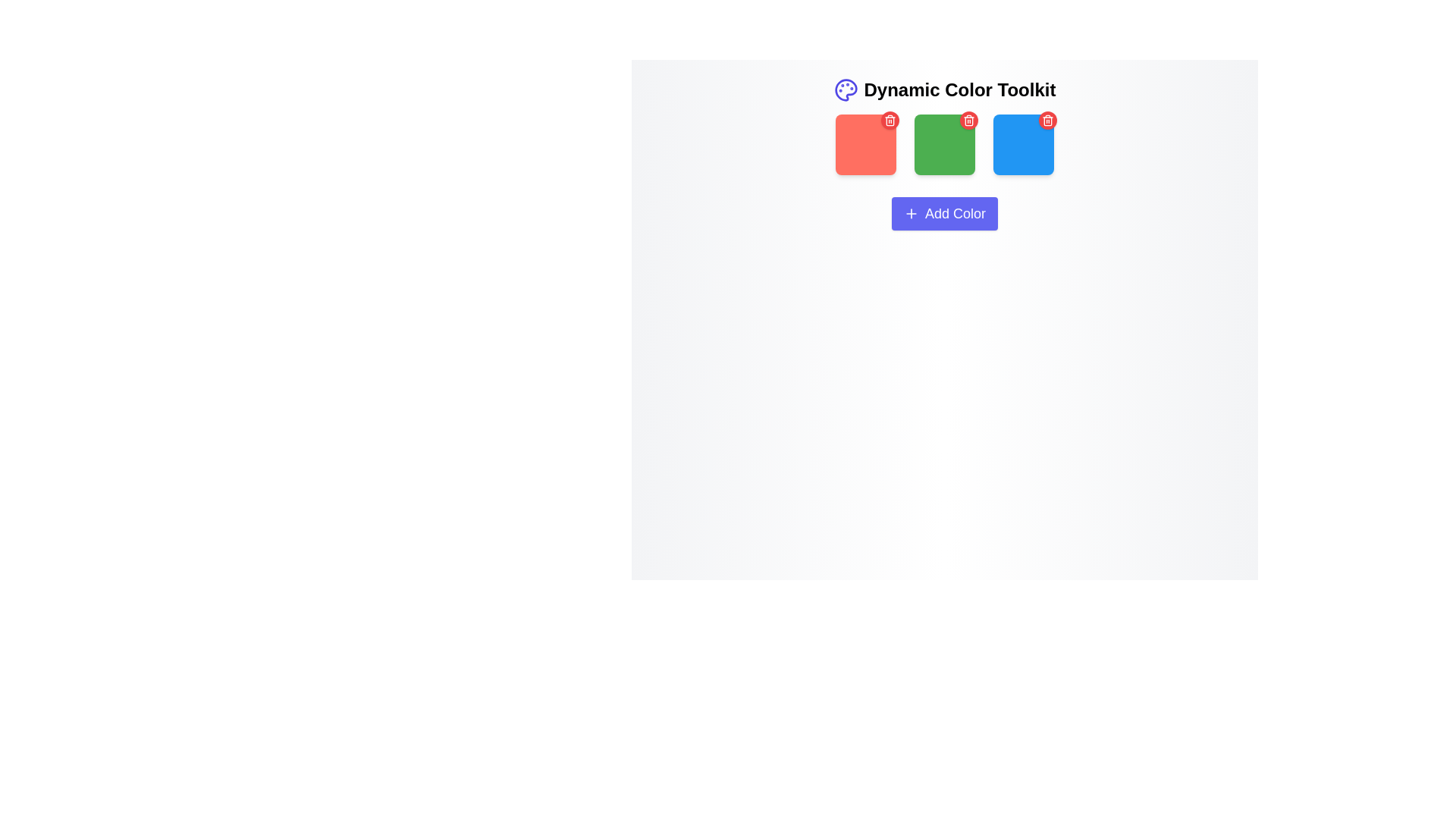 The image size is (1456, 819). I want to click on the color palette icon located next to the 'Dynamic Color Toolkit' header in the top-left corner of the interface, so click(845, 90).